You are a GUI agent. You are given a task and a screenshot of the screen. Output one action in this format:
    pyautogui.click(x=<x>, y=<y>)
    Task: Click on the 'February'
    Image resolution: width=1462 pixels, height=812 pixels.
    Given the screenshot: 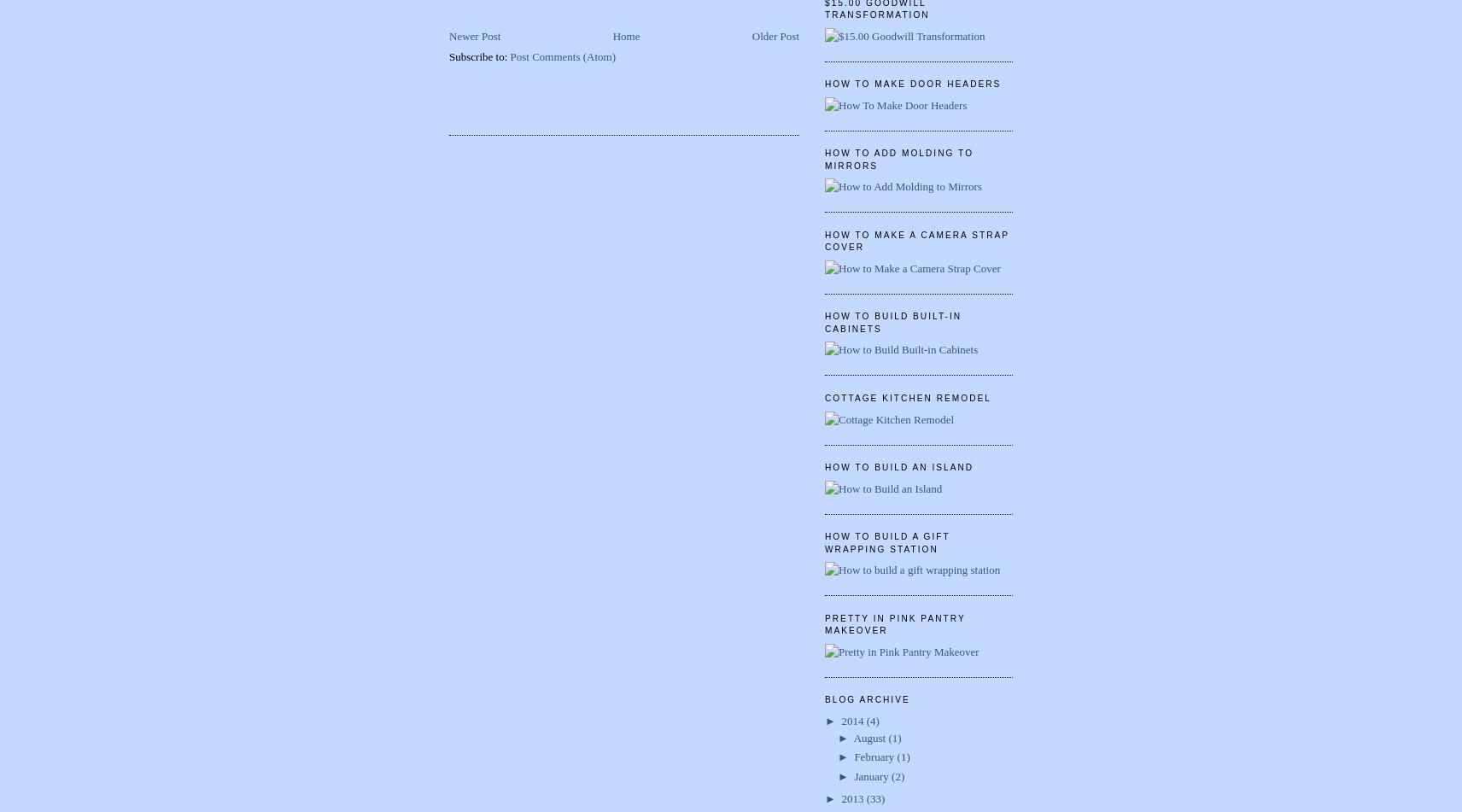 What is the action you would take?
    pyautogui.click(x=874, y=756)
    